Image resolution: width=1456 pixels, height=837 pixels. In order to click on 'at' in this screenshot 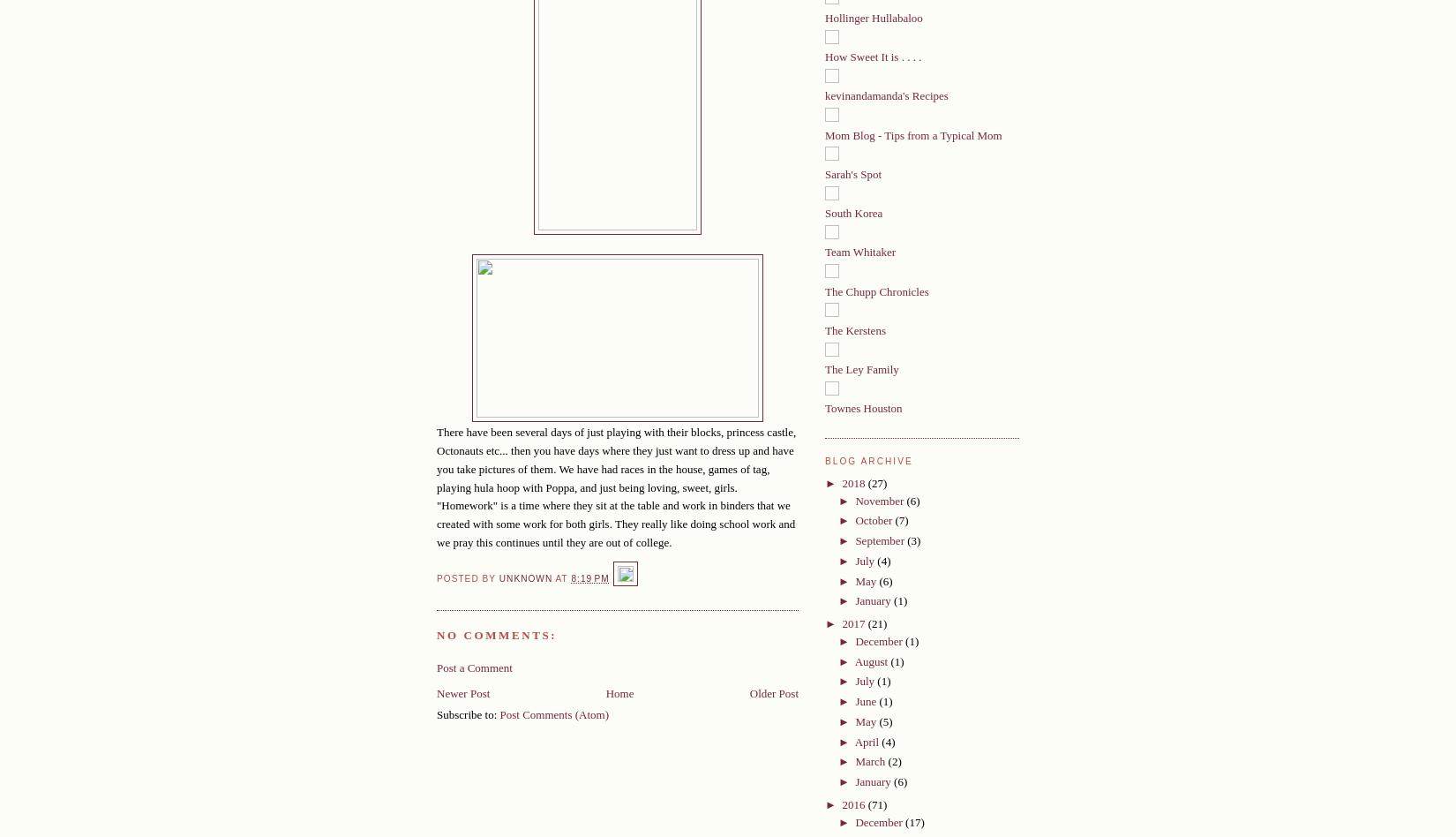, I will do `click(553, 577)`.